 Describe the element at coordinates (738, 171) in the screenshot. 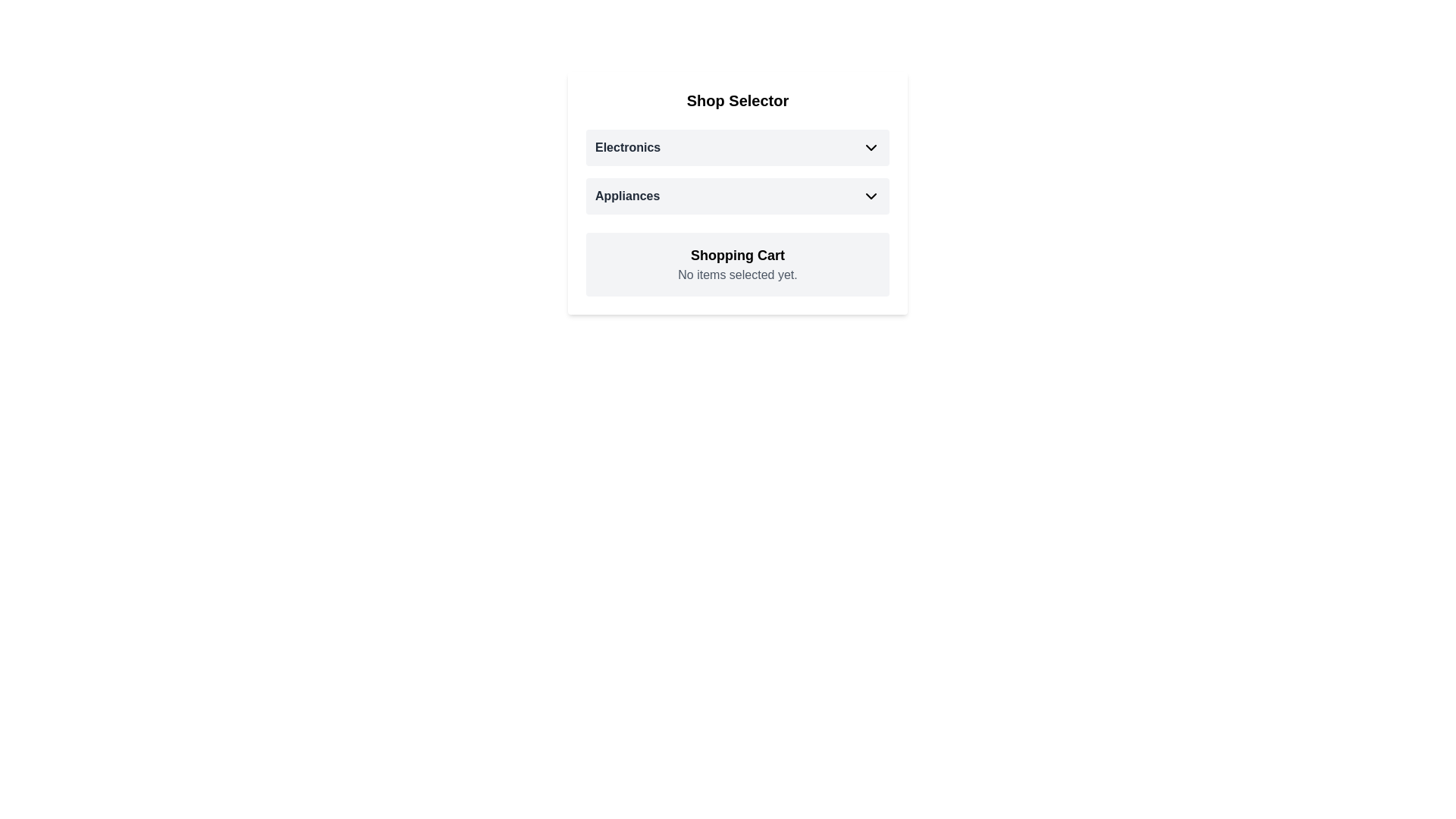

I see `the Dropdown menu group containing 'Electronics' and 'Appliances'` at that location.